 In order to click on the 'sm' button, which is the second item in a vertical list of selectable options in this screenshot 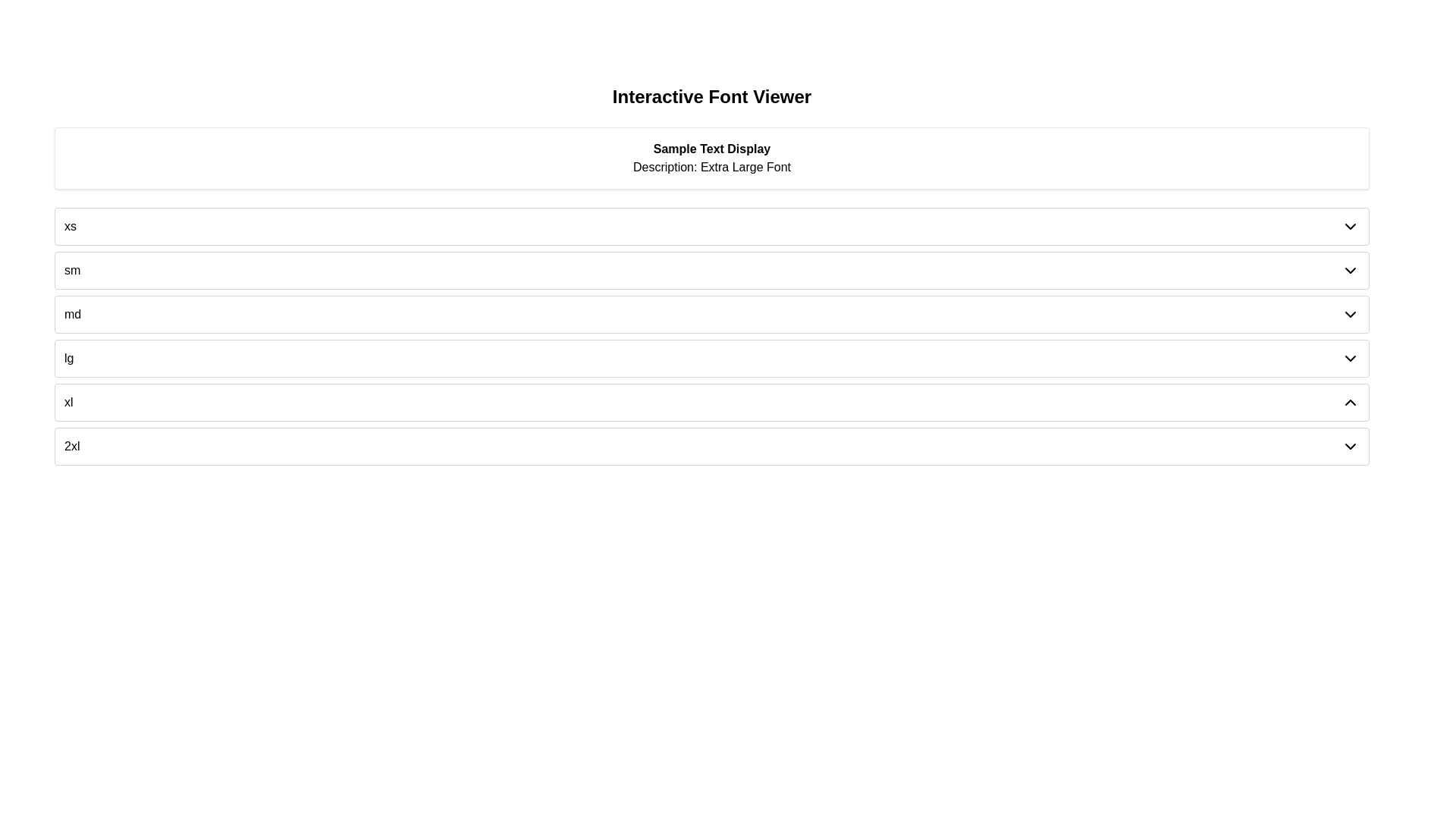, I will do `click(711, 270)`.